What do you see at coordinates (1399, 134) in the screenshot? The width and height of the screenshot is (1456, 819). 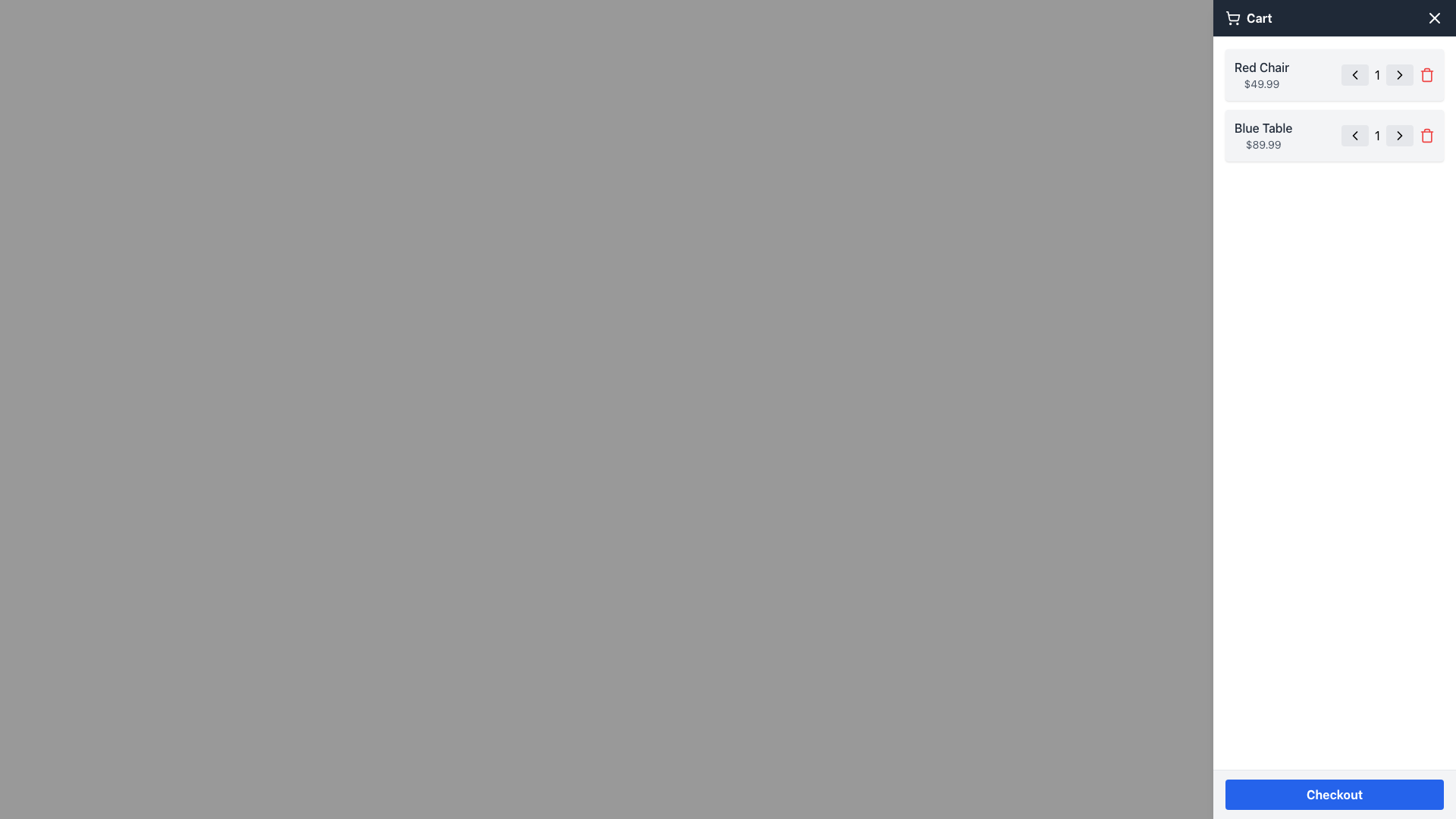 I see `the rightmost icon button in the controls of the 'Blue Table' item in the cart` at bounding box center [1399, 134].